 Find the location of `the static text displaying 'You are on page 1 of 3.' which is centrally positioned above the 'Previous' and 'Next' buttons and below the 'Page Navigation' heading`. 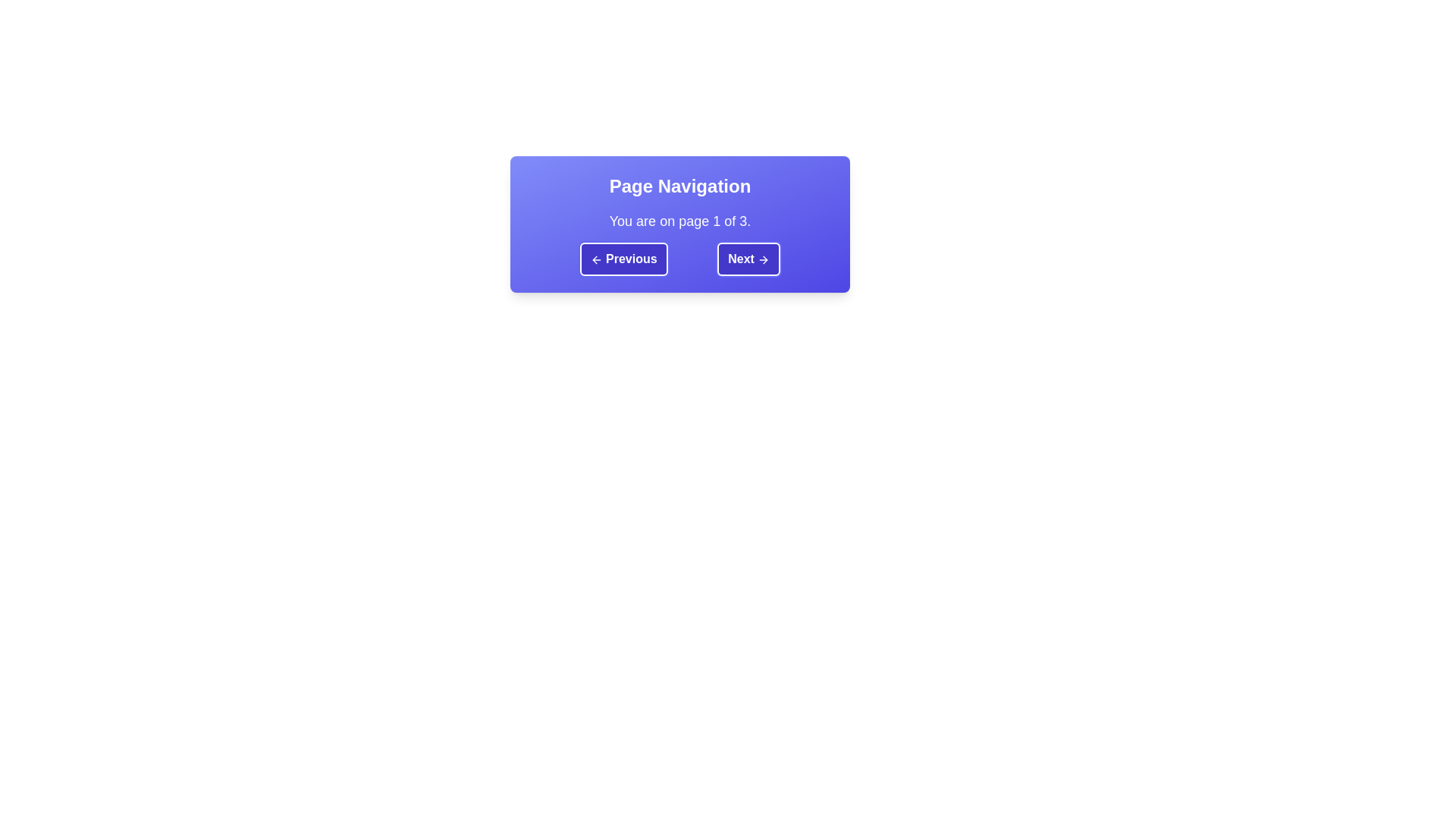

the static text displaying 'You are on page 1 of 3.' which is centrally positioned above the 'Previous' and 'Next' buttons and below the 'Page Navigation' heading is located at coordinates (679, 221).